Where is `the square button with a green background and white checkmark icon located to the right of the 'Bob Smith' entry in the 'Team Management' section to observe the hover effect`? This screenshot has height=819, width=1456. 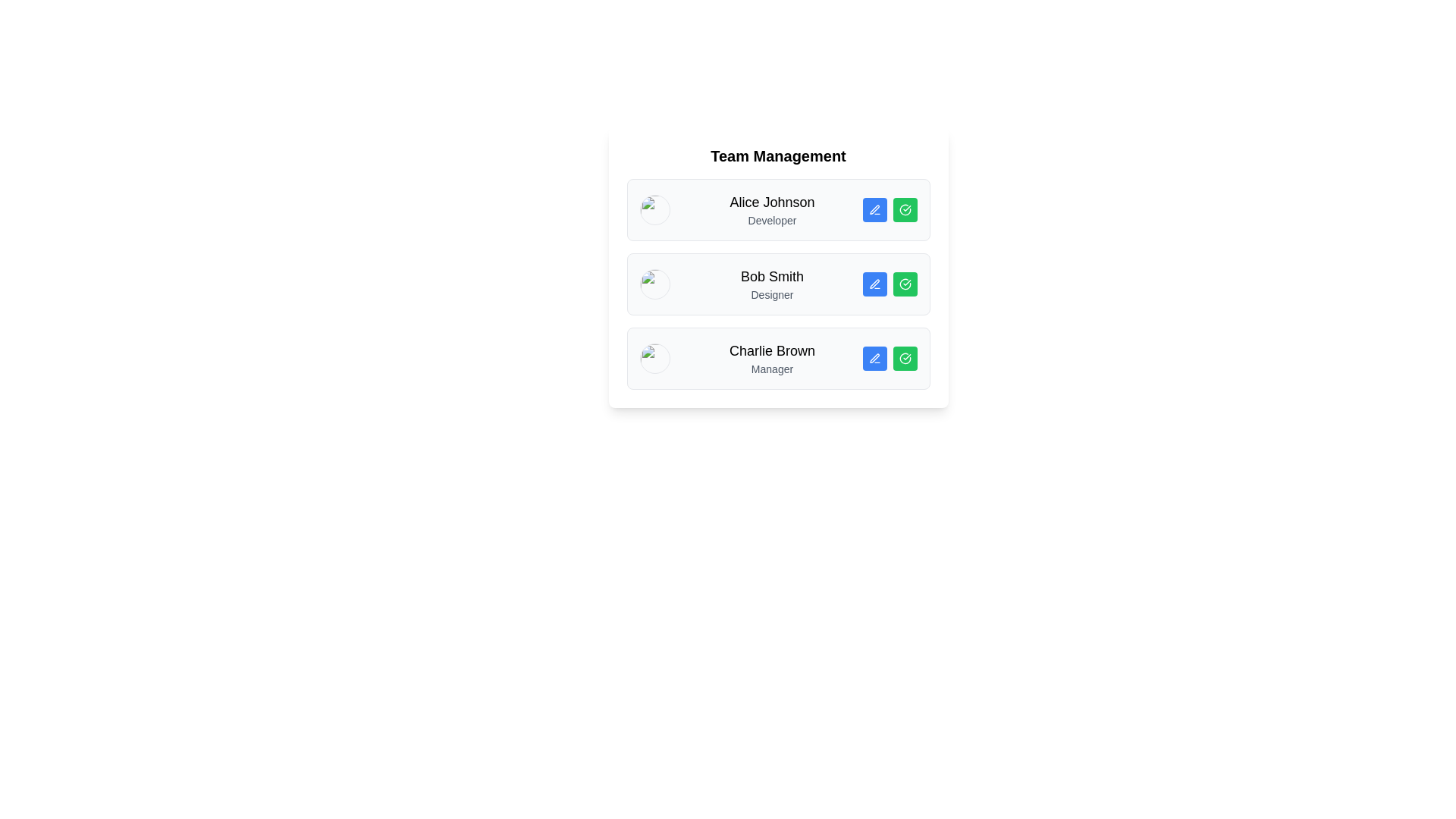
the square button with a green background and white checkmark icon located to the right of the 'Bob Smith' entry in the 'Team Management' section to observe the hover effect is located at coordinates (905, 284).